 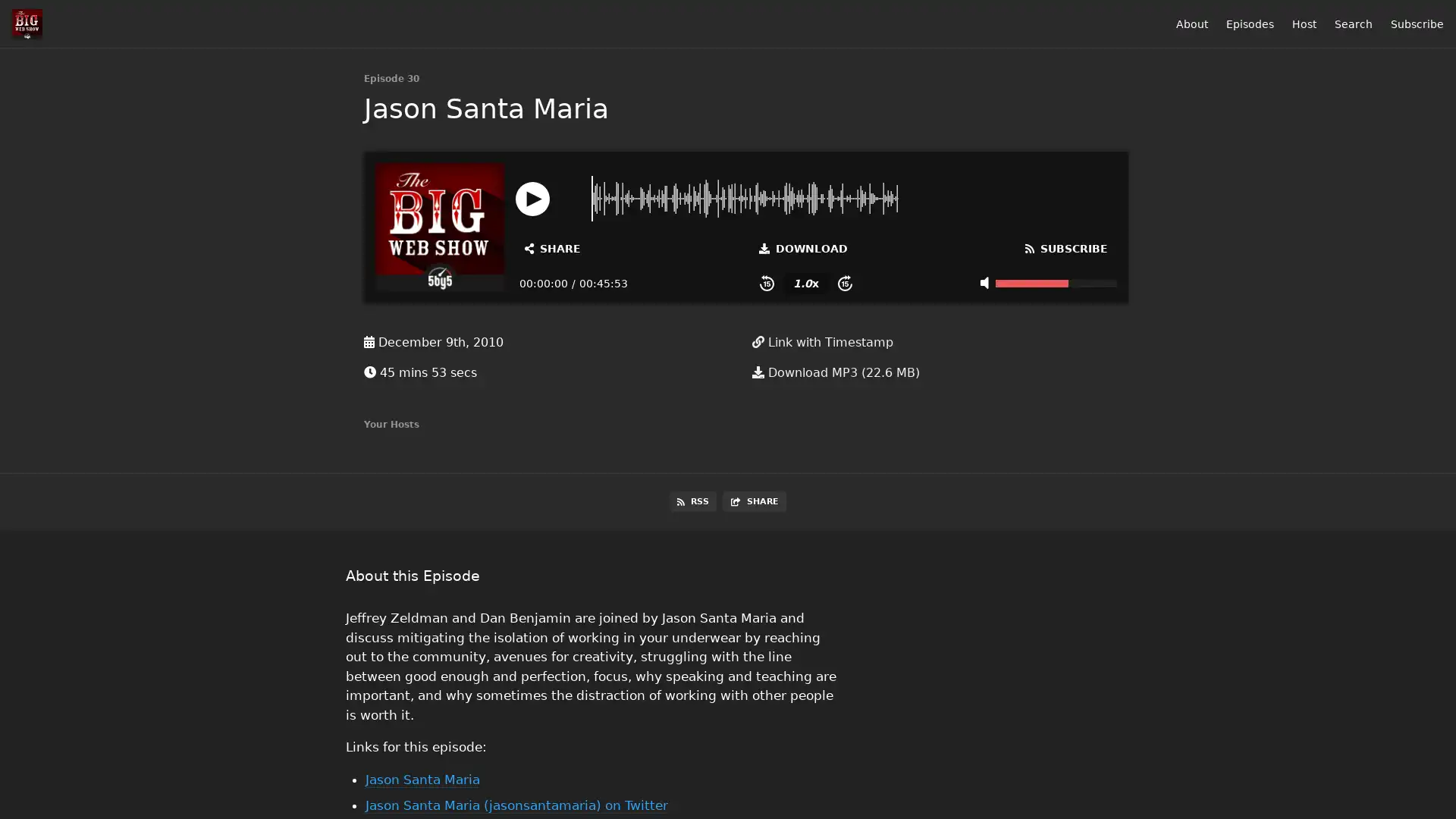 What do you see at coordinates (552, 247) in the screenshot?
I see `Open Share and Subscribe Dialog` at bounding box center [552, 247].